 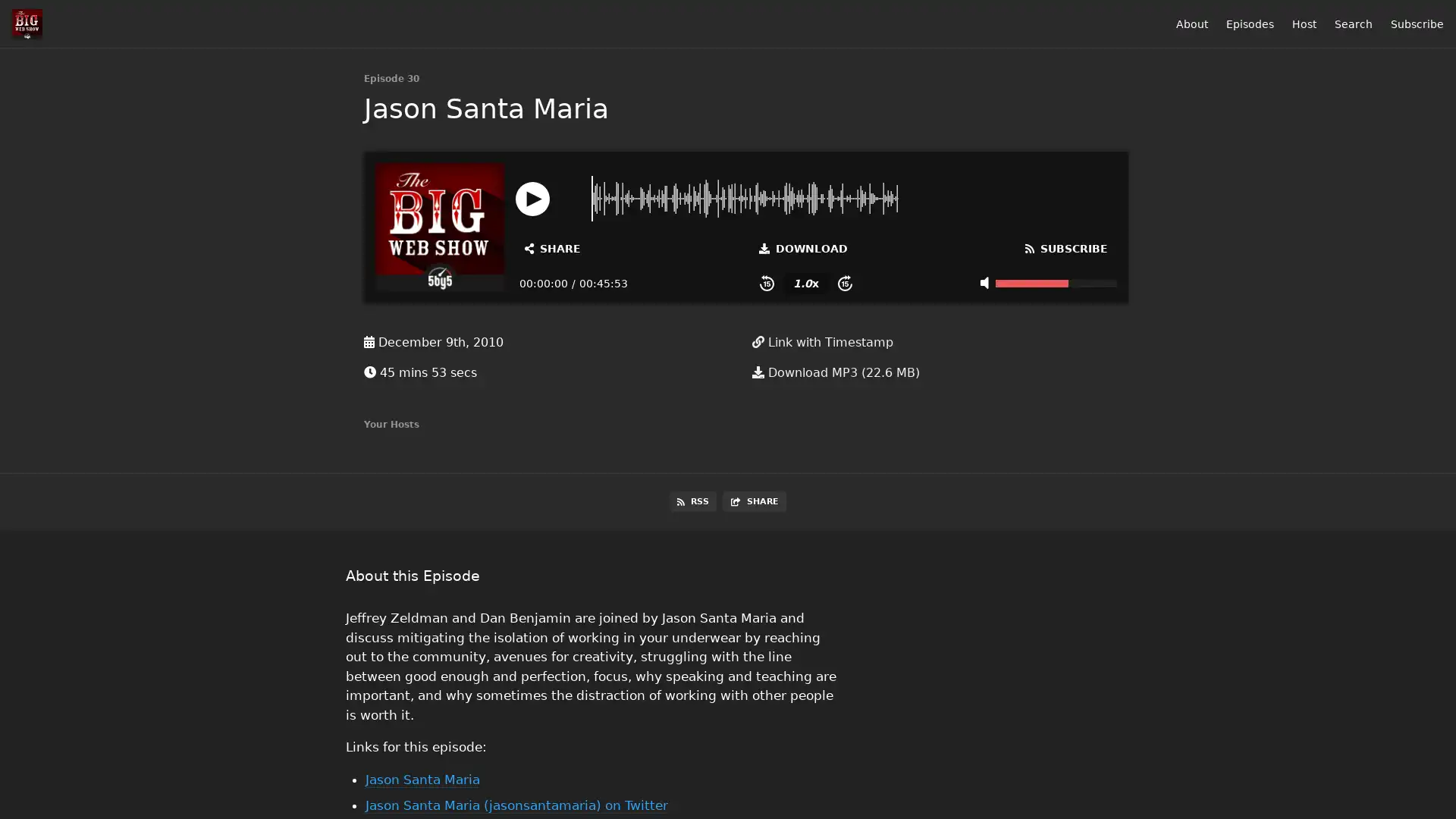 What do you see at coordinates (552, 247) in the screenshot?
I see `Open Share and Subscribe Dialog` at bounding box center [552, 247].